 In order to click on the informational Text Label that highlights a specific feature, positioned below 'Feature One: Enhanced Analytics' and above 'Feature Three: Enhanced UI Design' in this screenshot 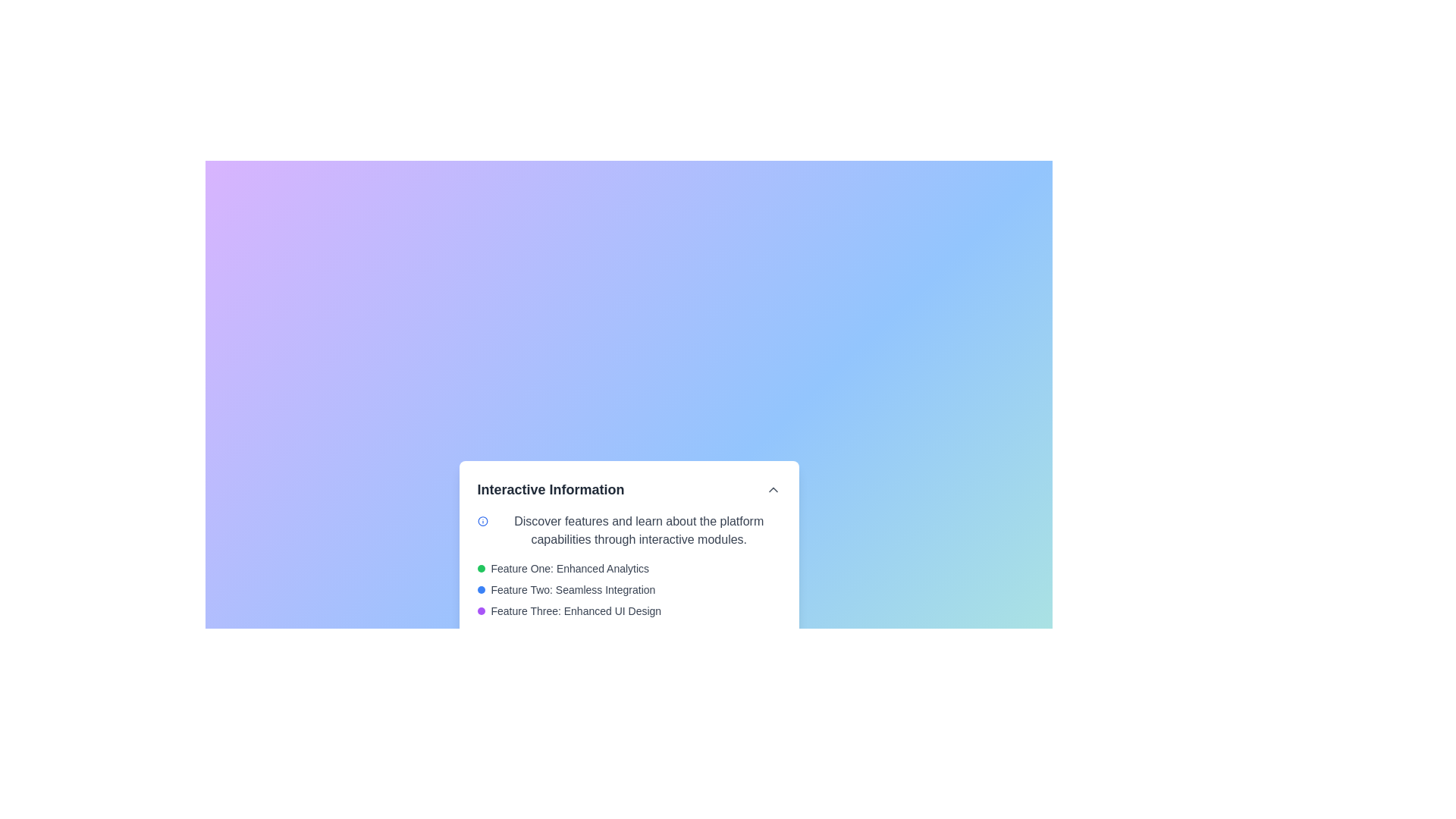, I will do `click(572, 589)`.